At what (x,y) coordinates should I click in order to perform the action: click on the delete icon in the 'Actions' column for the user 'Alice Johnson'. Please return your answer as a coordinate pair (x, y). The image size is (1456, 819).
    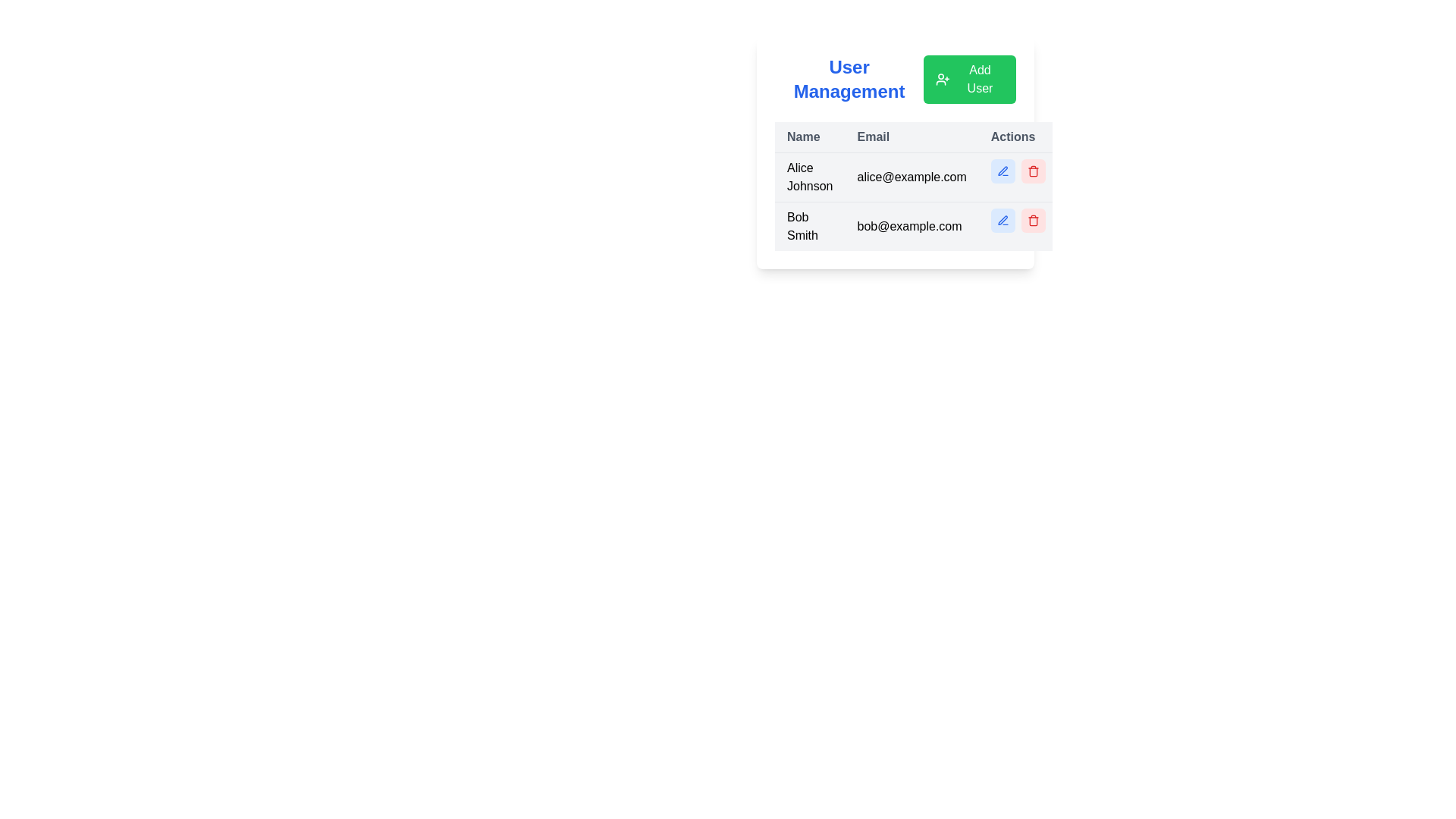
    Looking at the image, I should click on (1032, 171).